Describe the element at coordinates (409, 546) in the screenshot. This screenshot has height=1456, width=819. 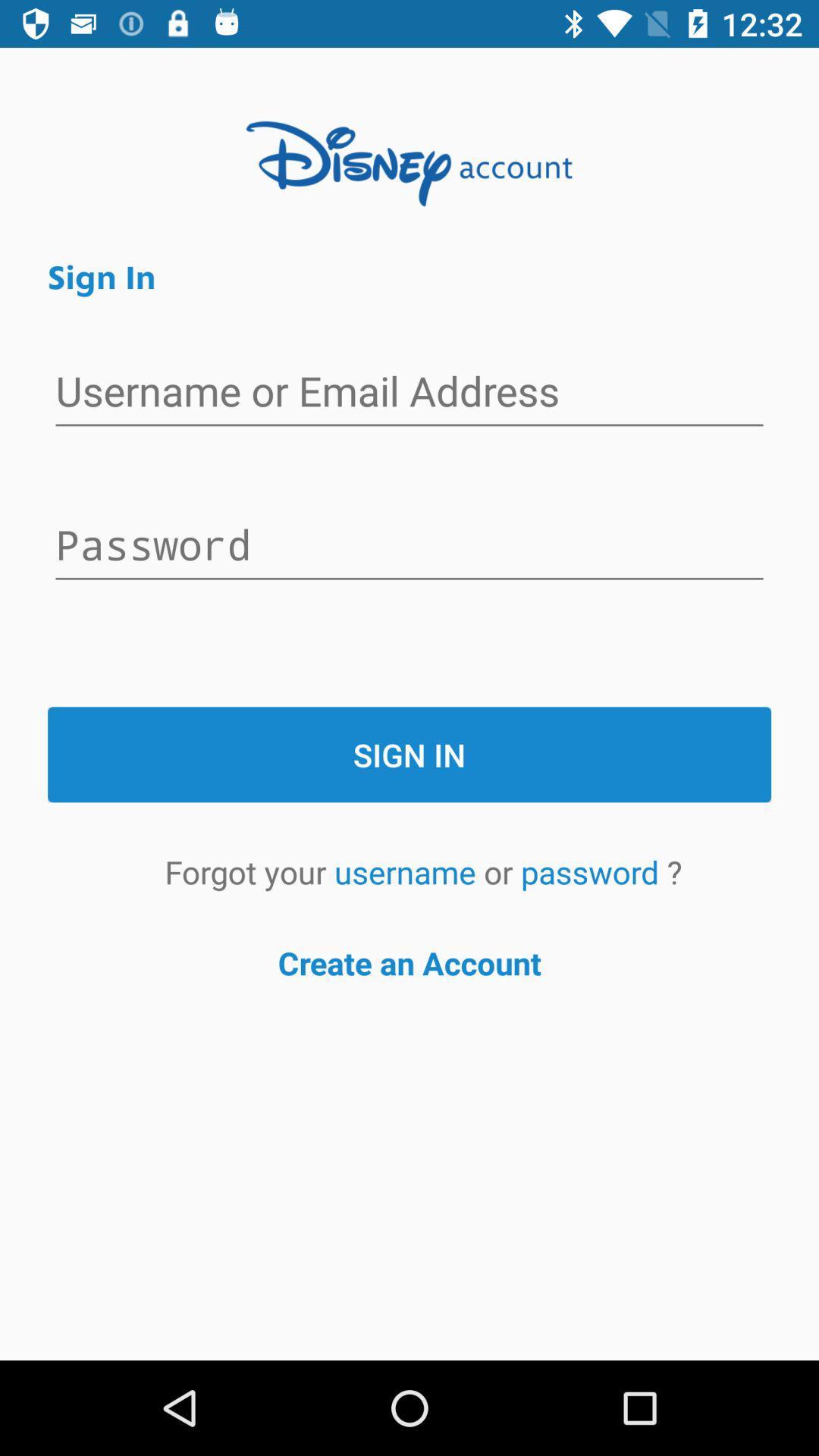
I see `password` at that location.